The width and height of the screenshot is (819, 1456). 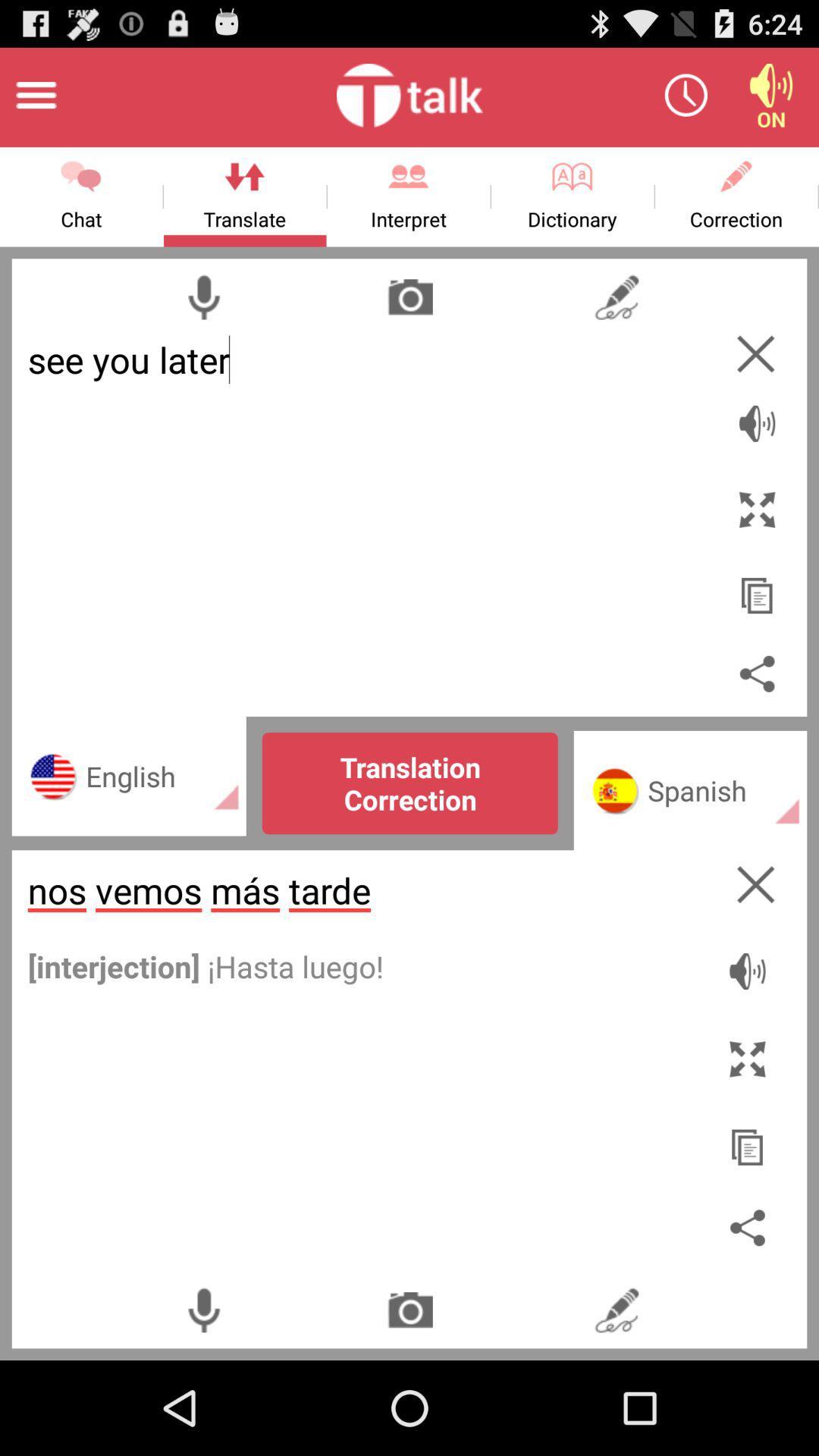 I want to click on the copy icon, so click(x=751, y=1214).